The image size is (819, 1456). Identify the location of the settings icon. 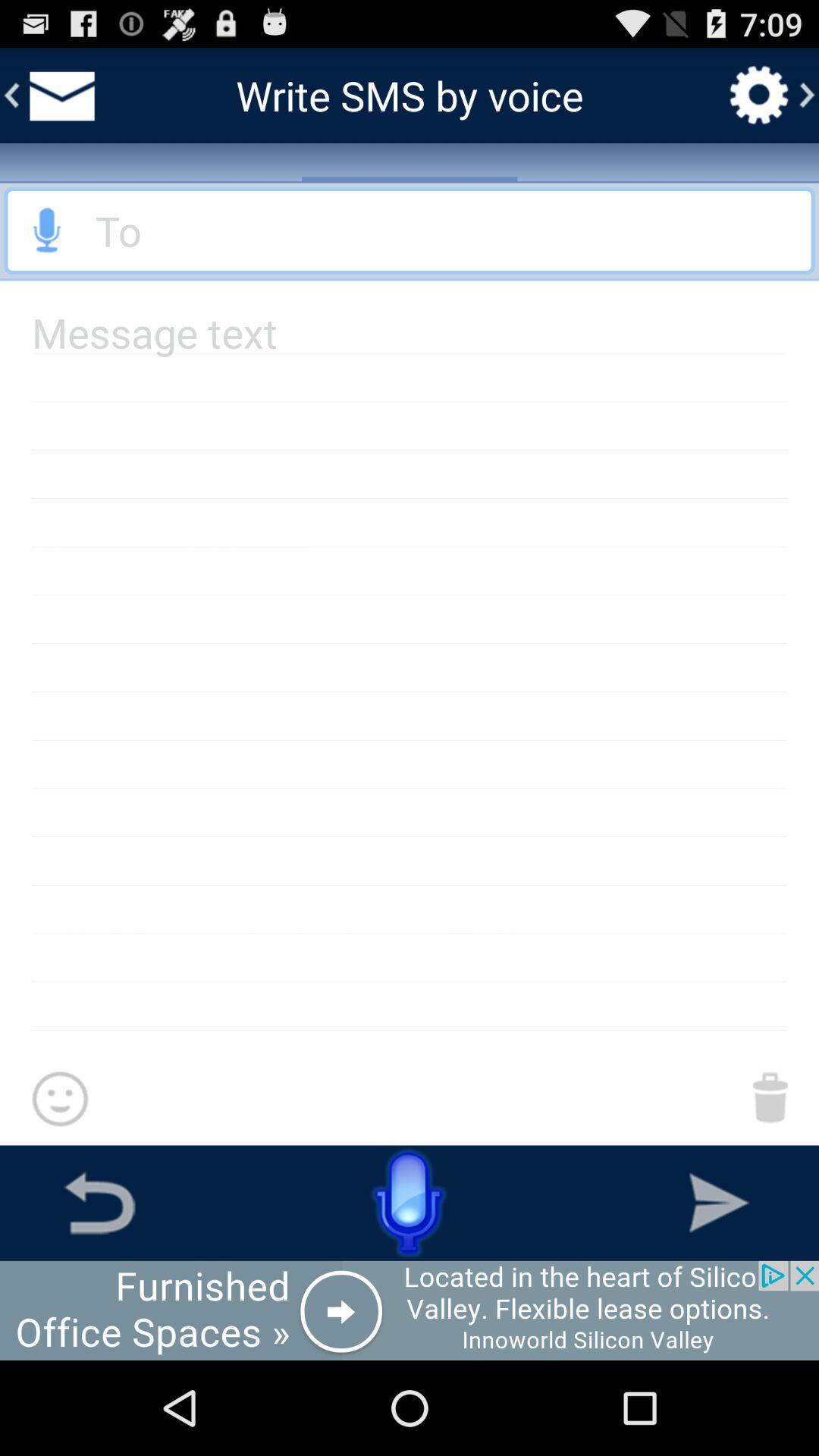
(759, 101).